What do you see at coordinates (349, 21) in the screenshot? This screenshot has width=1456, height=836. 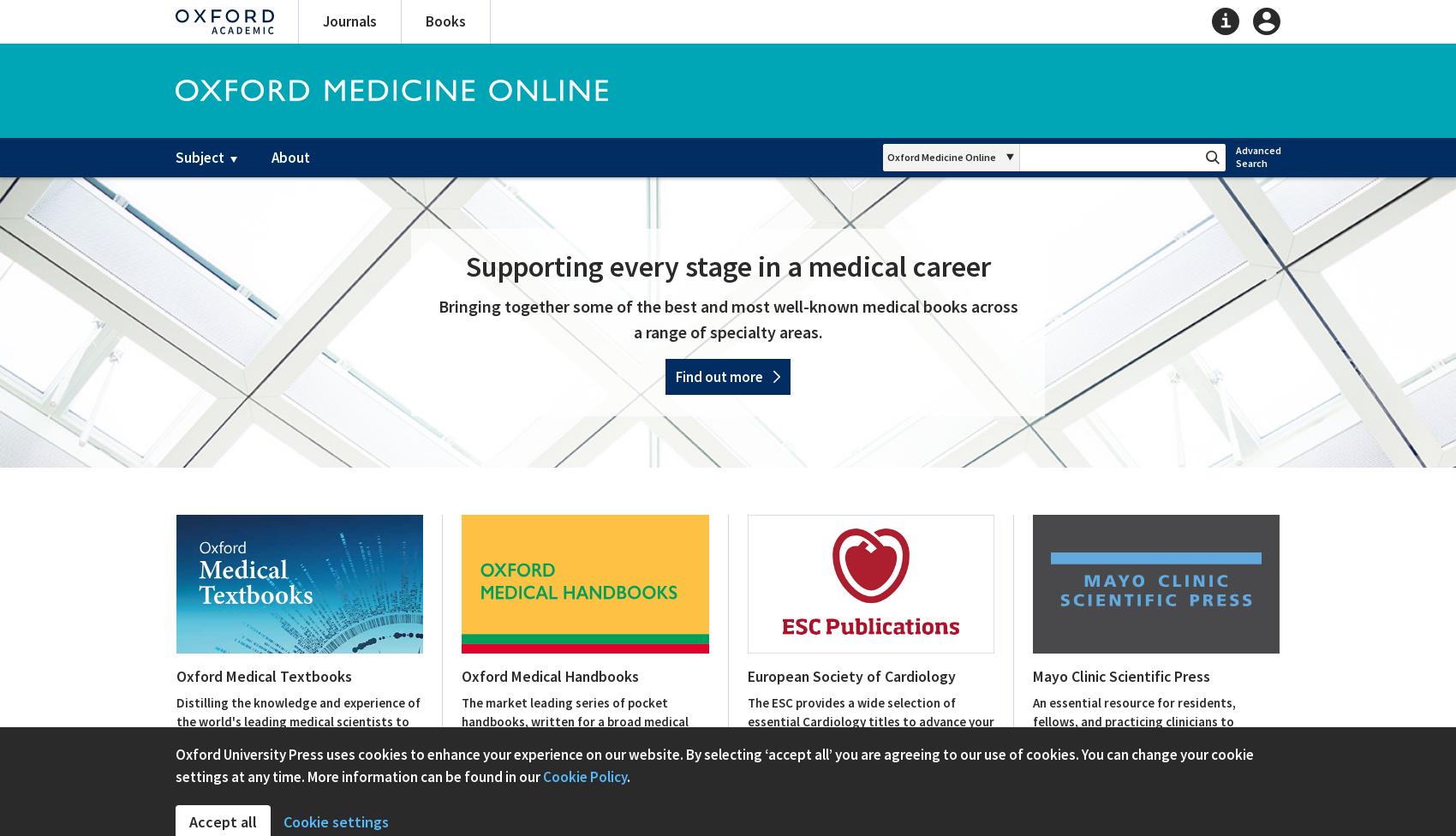 I see `'Journals'` at bounding box center [349, 21].